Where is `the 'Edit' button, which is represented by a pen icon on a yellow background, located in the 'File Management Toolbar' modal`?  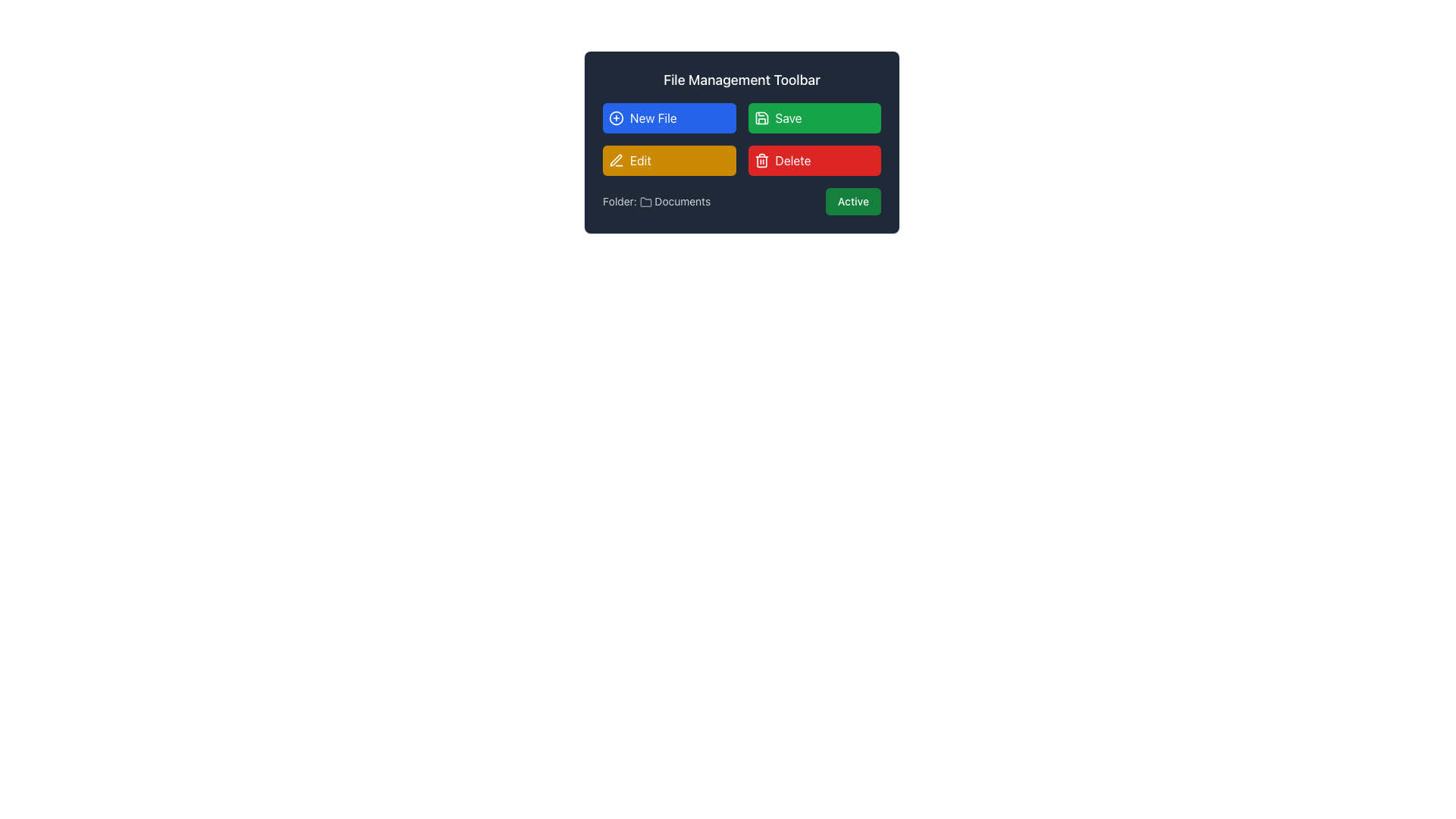
the 'Edit' button, which is represented by a pen icon on a yellow background, located in the 'File Management Toolbar' modal is located at coordinates (616, 161).